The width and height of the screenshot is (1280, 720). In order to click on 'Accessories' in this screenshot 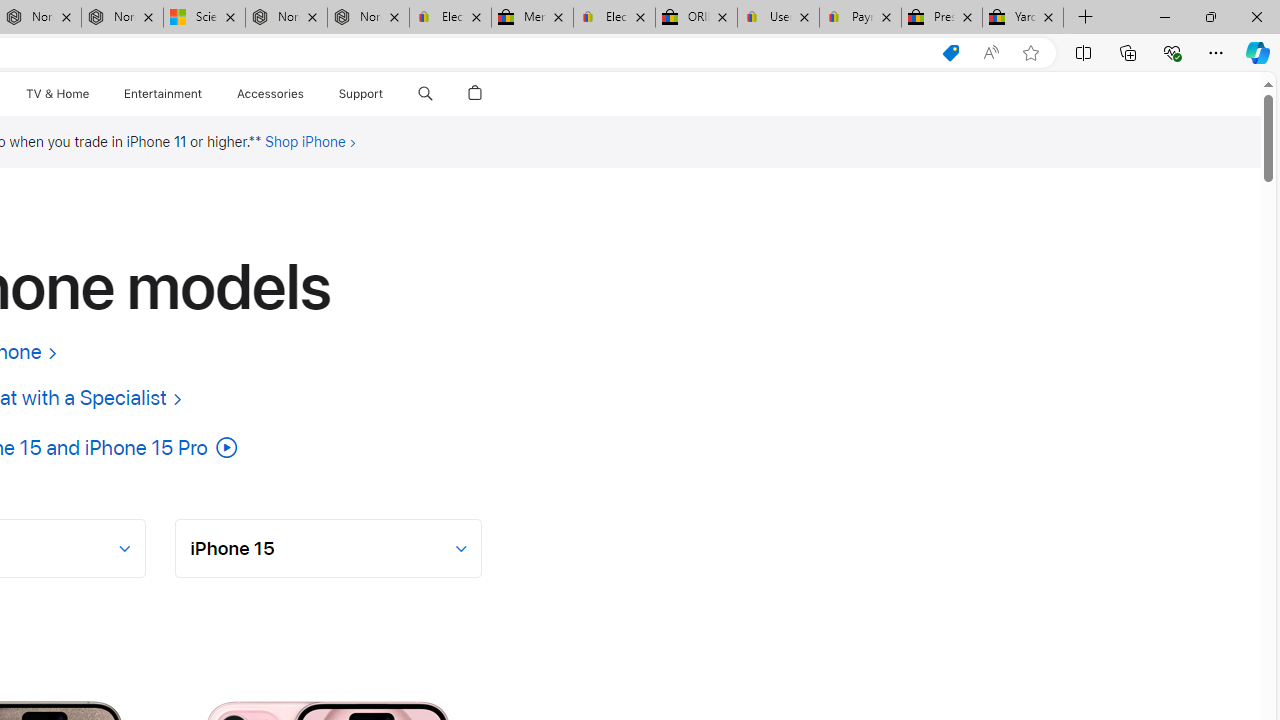, I will do `click(269, 93)`.